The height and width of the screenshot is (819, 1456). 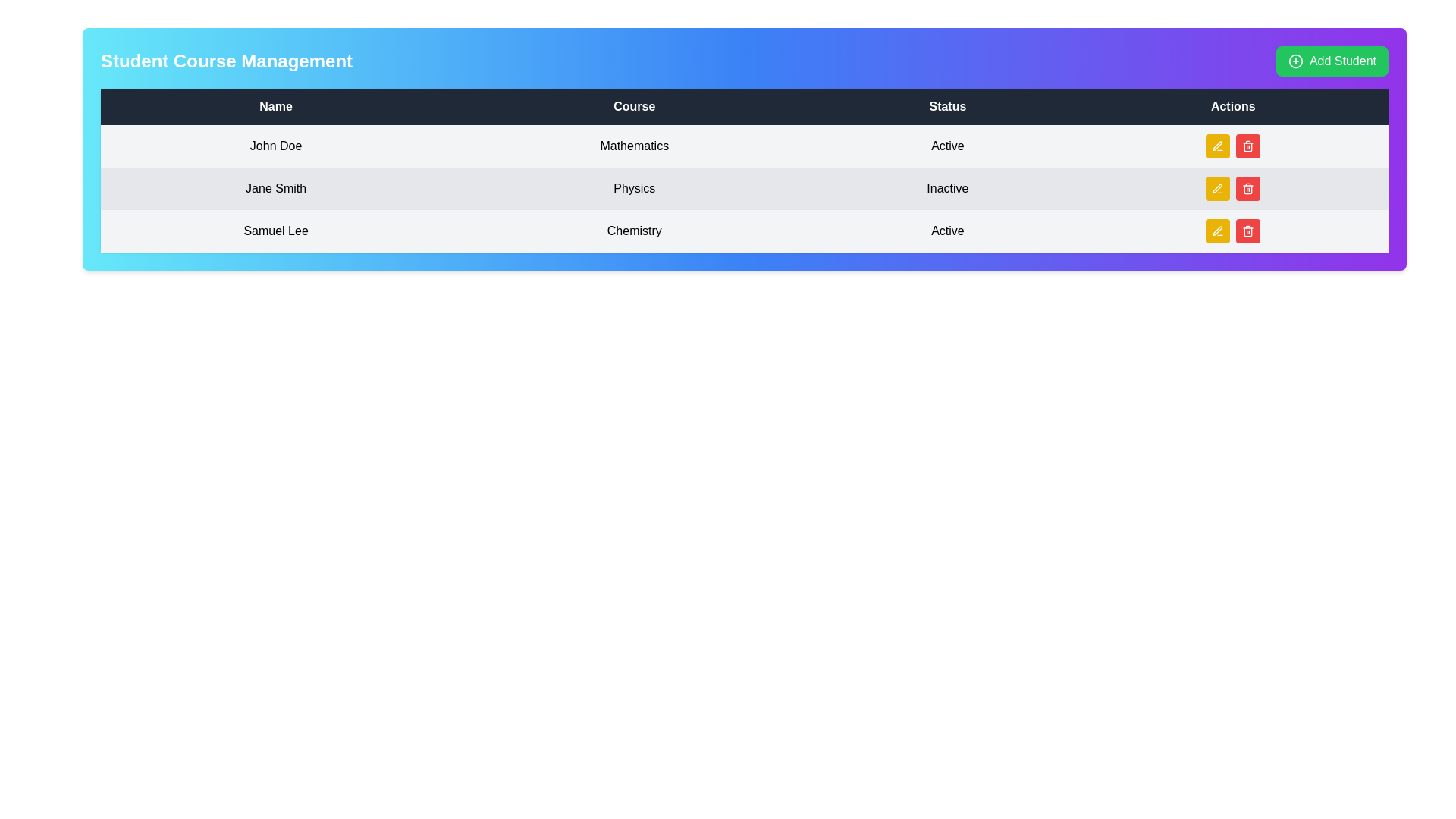 I want to click on the 'Edit' button in the 'Actions' column for the entry of 'Jane Smith' in the second row of the table, so click(x=1218, y=188).